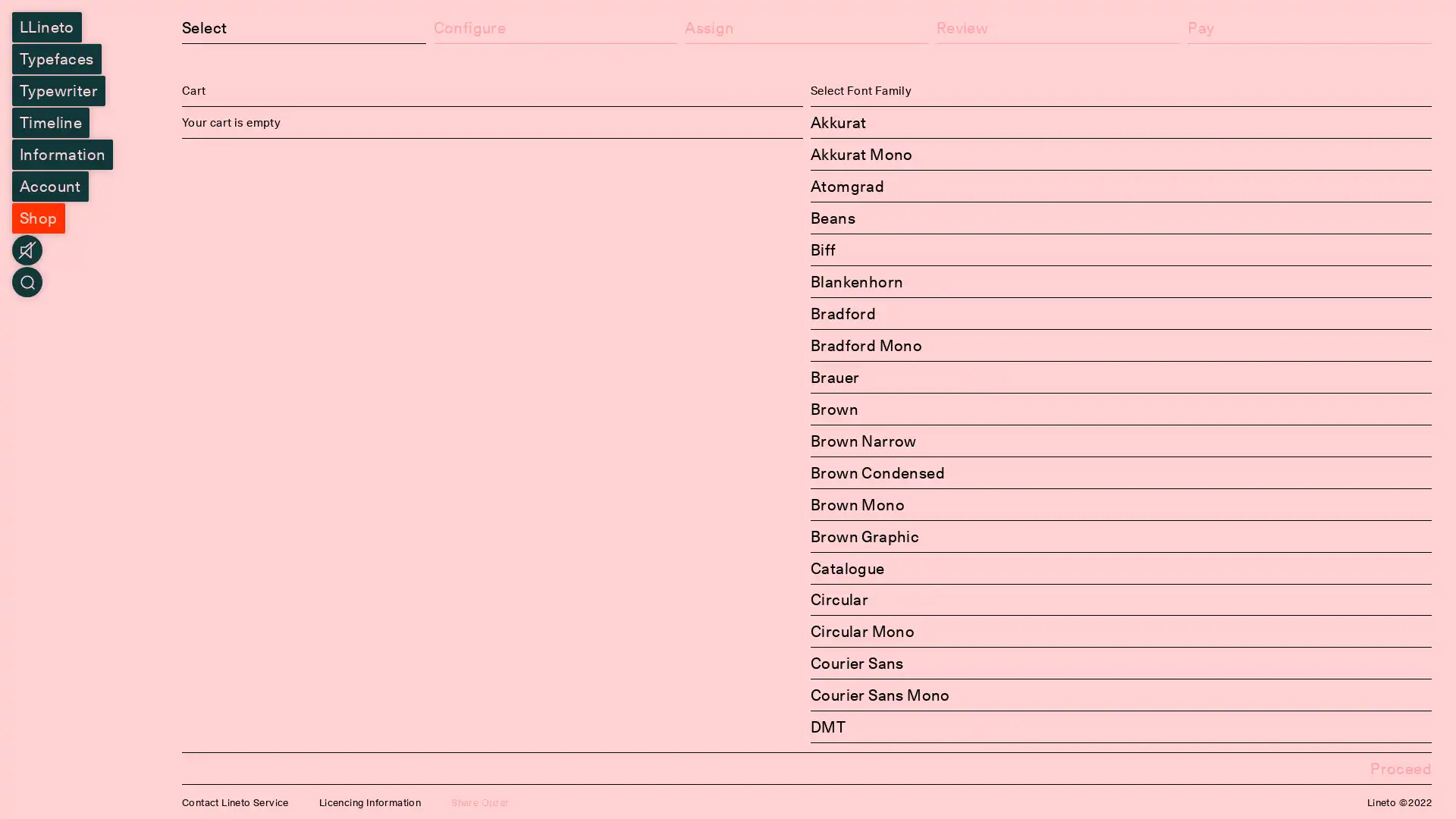  Describe the element at coordinates (805, 28) in the screenshot. I see `Assign` at that location.